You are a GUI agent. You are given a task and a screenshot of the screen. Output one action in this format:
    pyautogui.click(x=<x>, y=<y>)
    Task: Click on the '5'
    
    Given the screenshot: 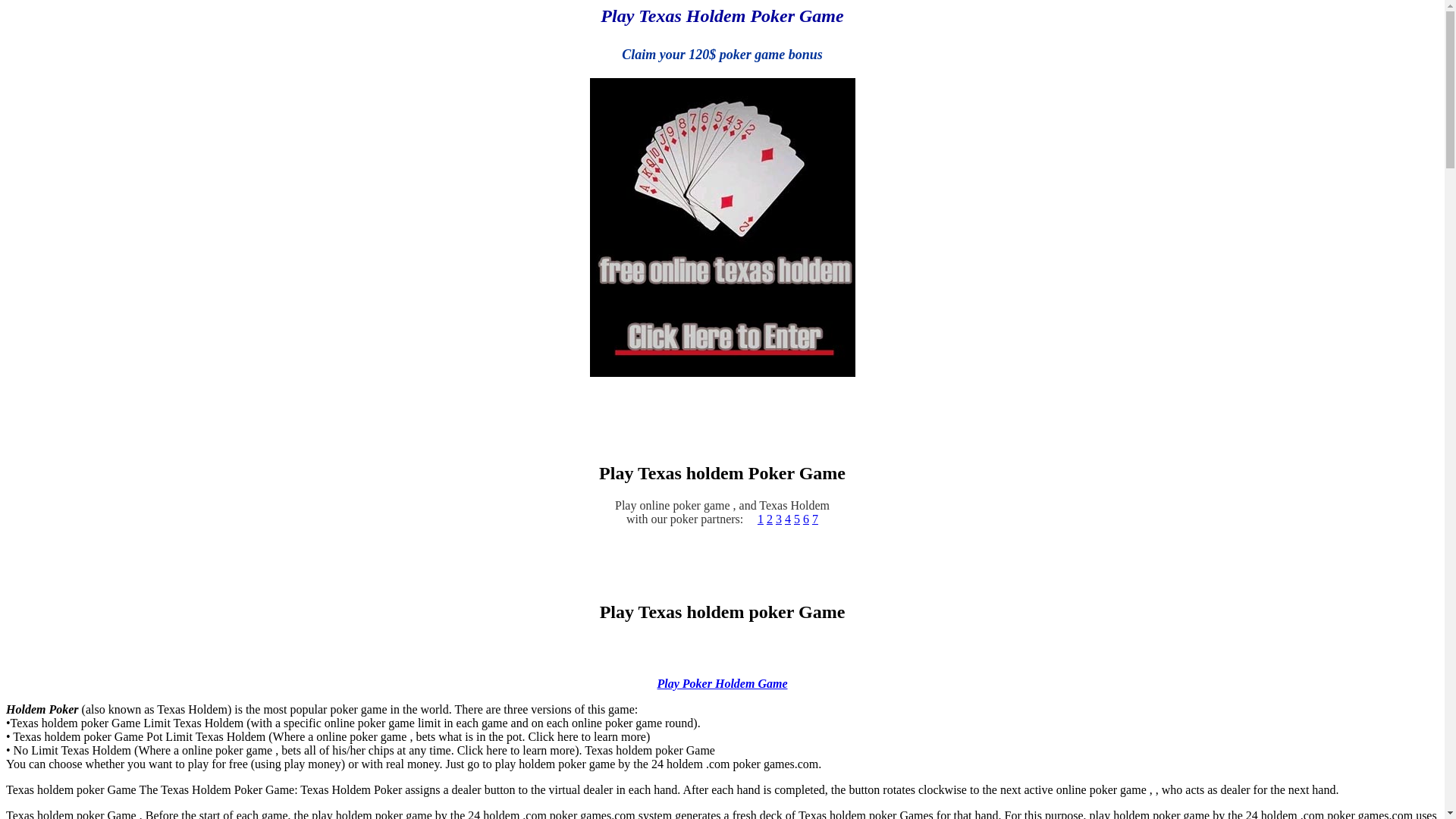 What is the action you would take?
    pyautogui.click(x=796, y=518)
    